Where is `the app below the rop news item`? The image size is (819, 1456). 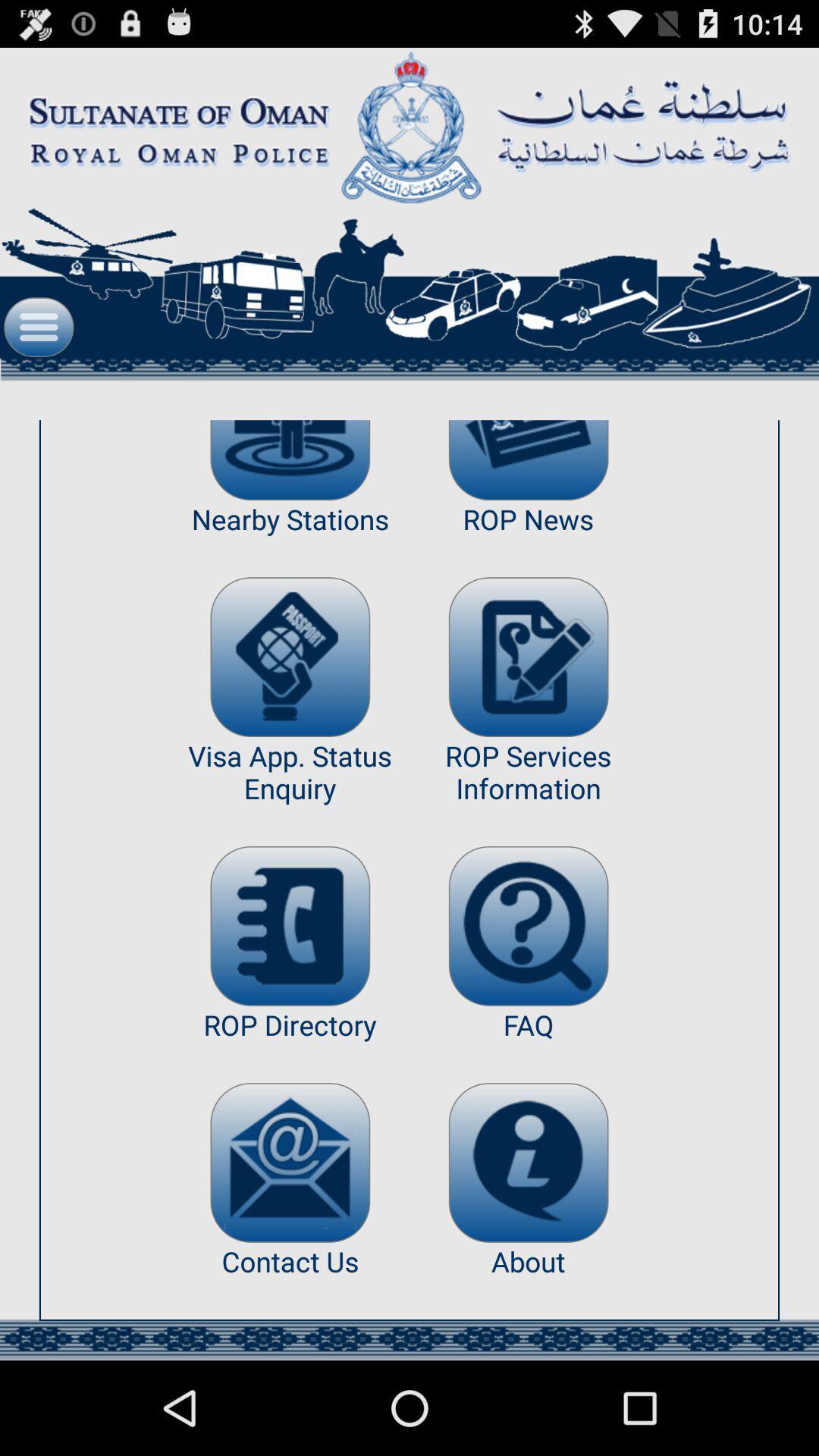
the app below the rop news item is located at coordinates (528, 657).